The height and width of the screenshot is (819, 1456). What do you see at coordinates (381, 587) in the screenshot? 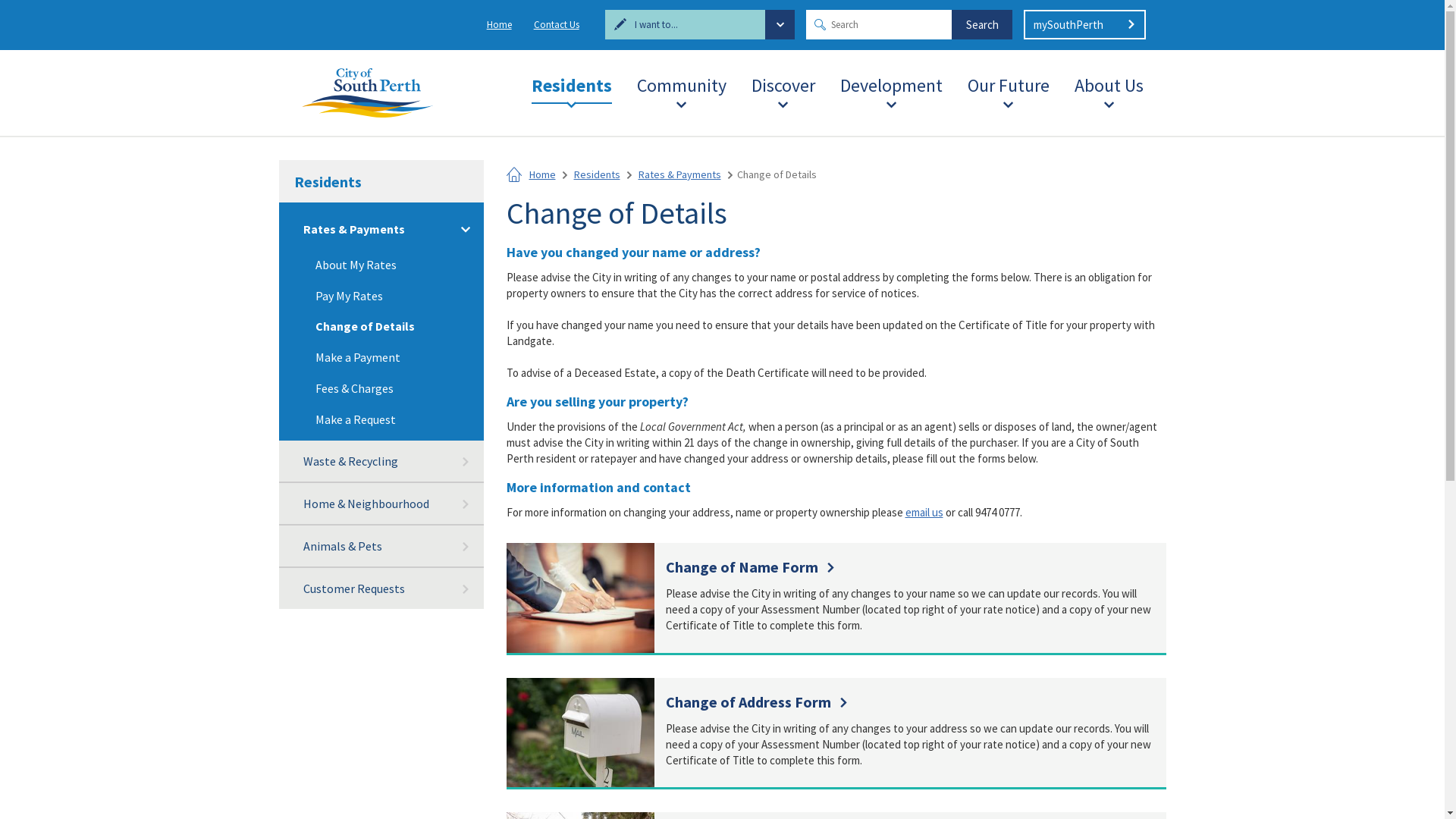
I see `'Customer Requests'` at bounding box center [381, 587].